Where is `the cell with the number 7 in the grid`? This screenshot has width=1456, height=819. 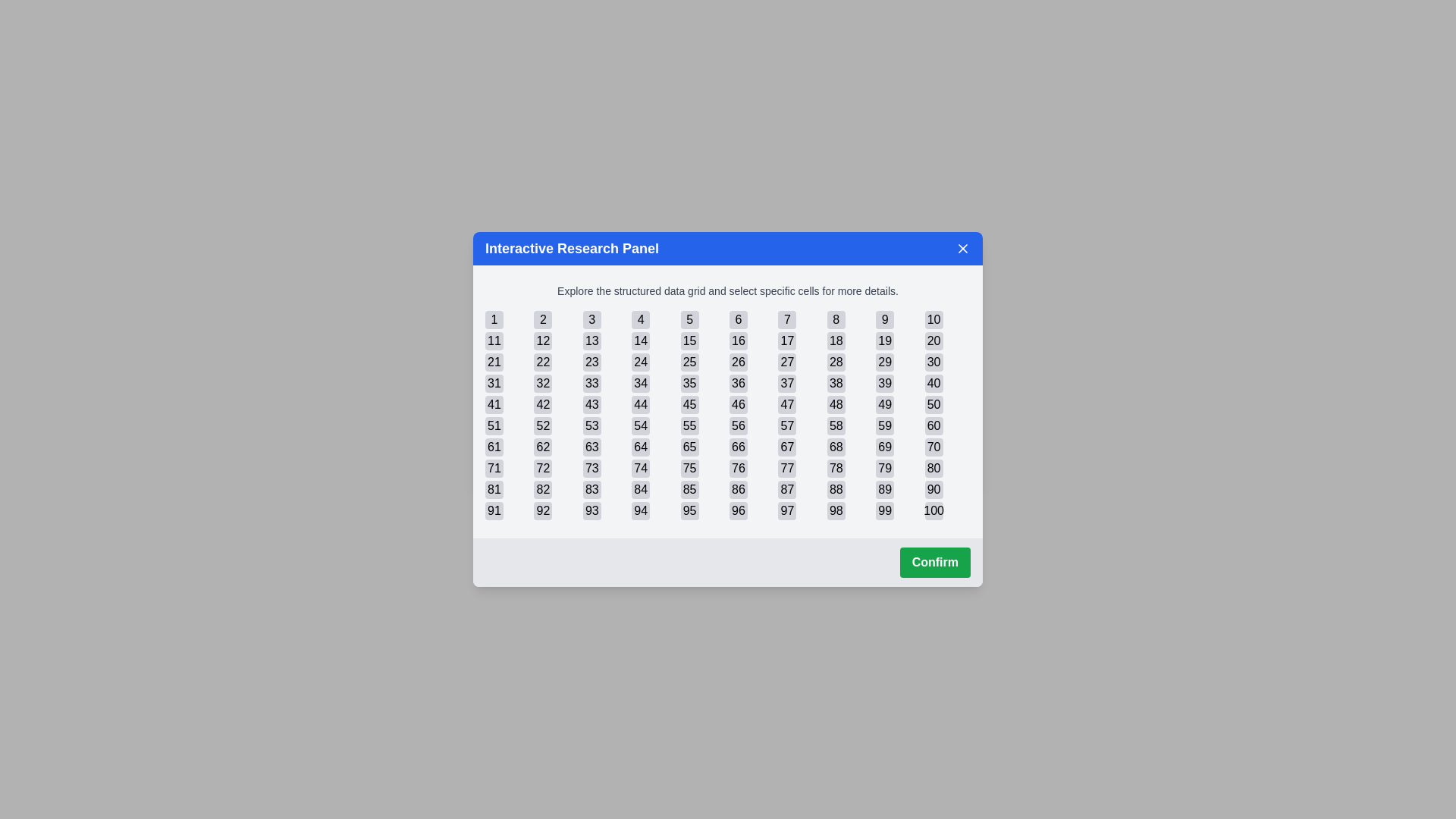 the cell with the number 7 in the grid is located at coordinates (786, 318).